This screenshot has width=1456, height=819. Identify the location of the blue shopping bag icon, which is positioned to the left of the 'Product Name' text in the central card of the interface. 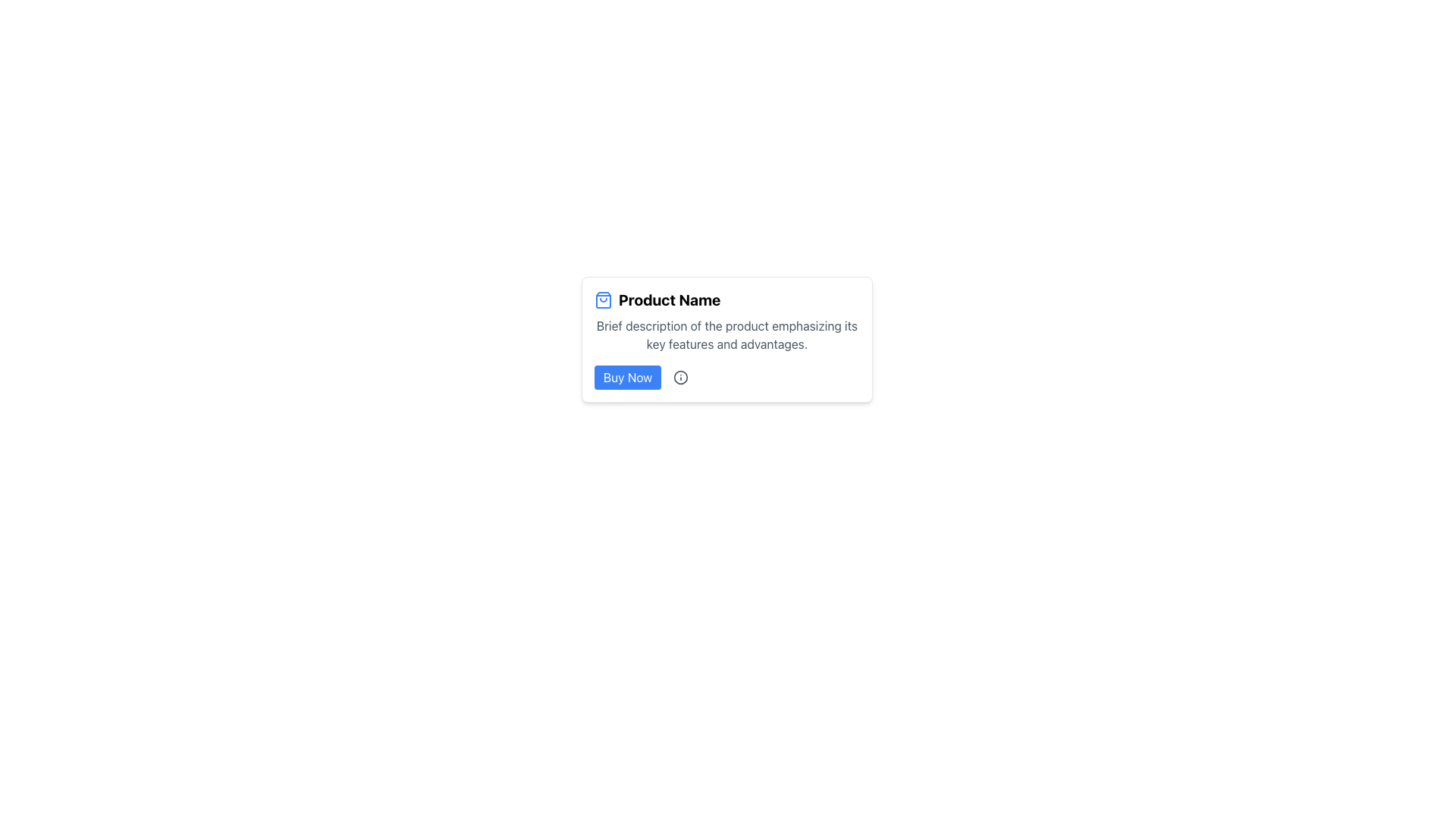
(603, 300).